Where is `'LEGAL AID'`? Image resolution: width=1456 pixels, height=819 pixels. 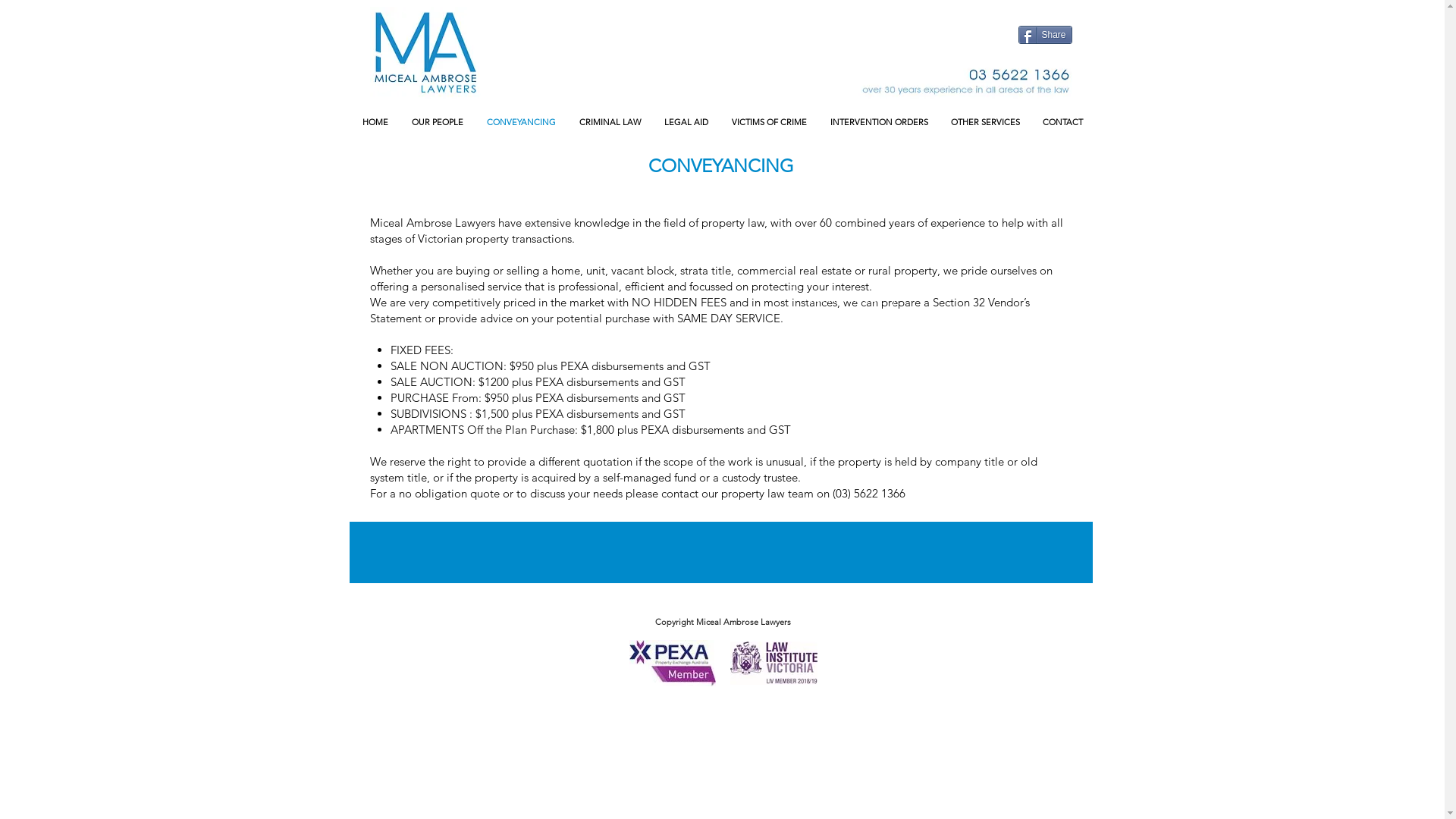 'LEGAL AID' is located at coordinates (685, 121).